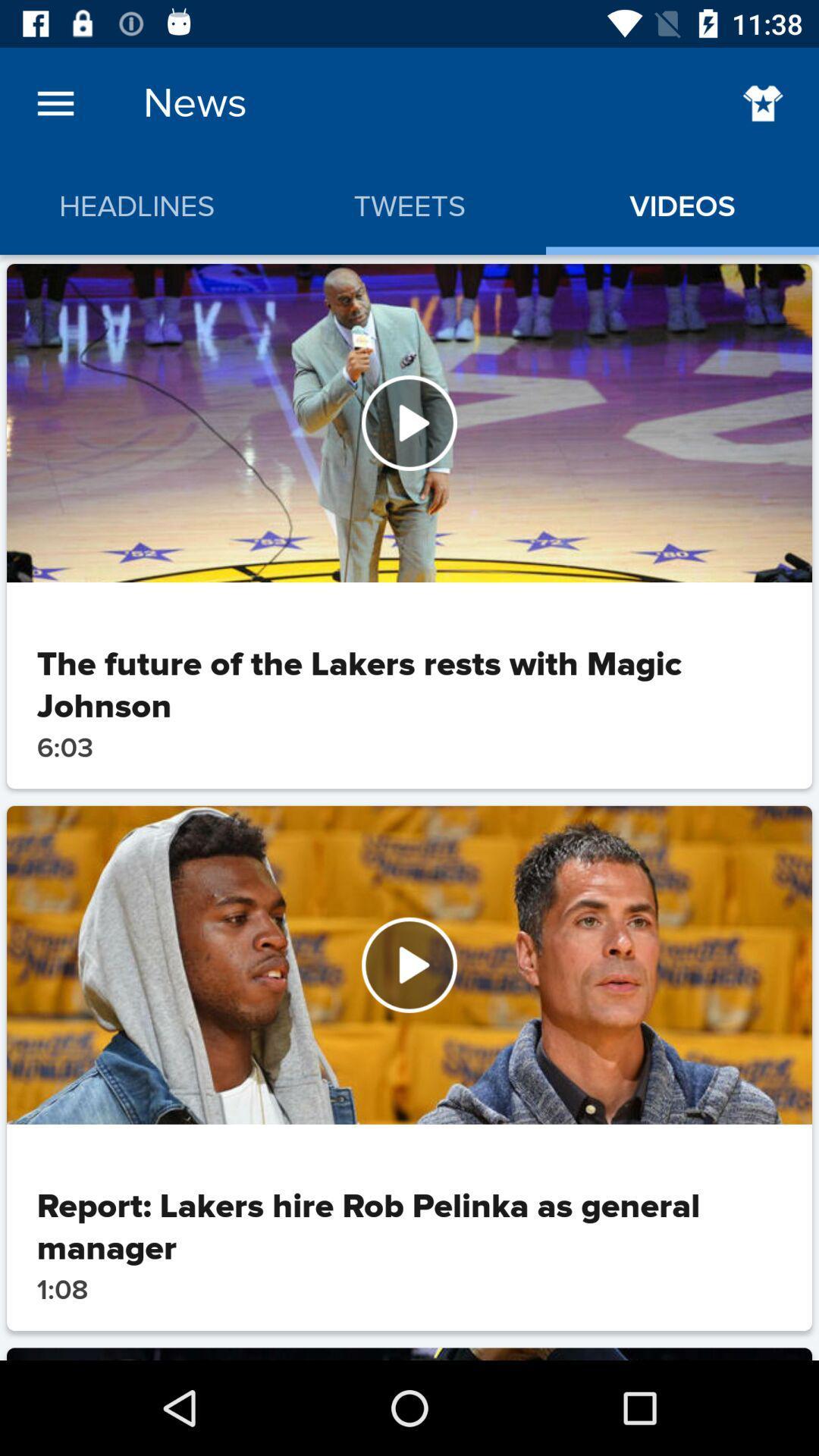 The image size is (819, 1456). What do you see at coordinates (409, 964) in the screenshot?
I see `because back devicer` at bounding box center [409, 964].